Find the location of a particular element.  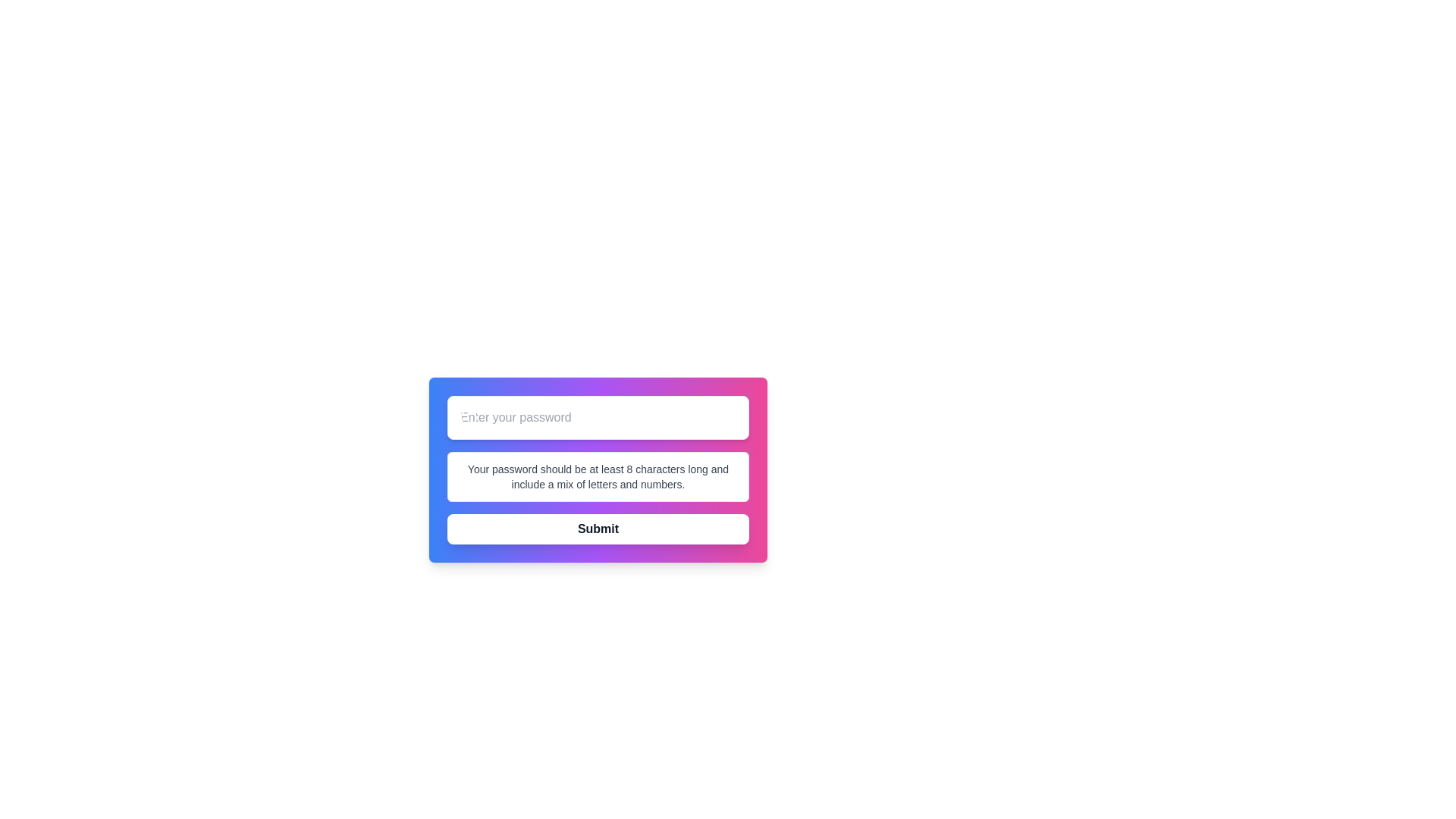

the circular white icon with an information symbol located to the left of the password input field is located at coordinates (468, 418).